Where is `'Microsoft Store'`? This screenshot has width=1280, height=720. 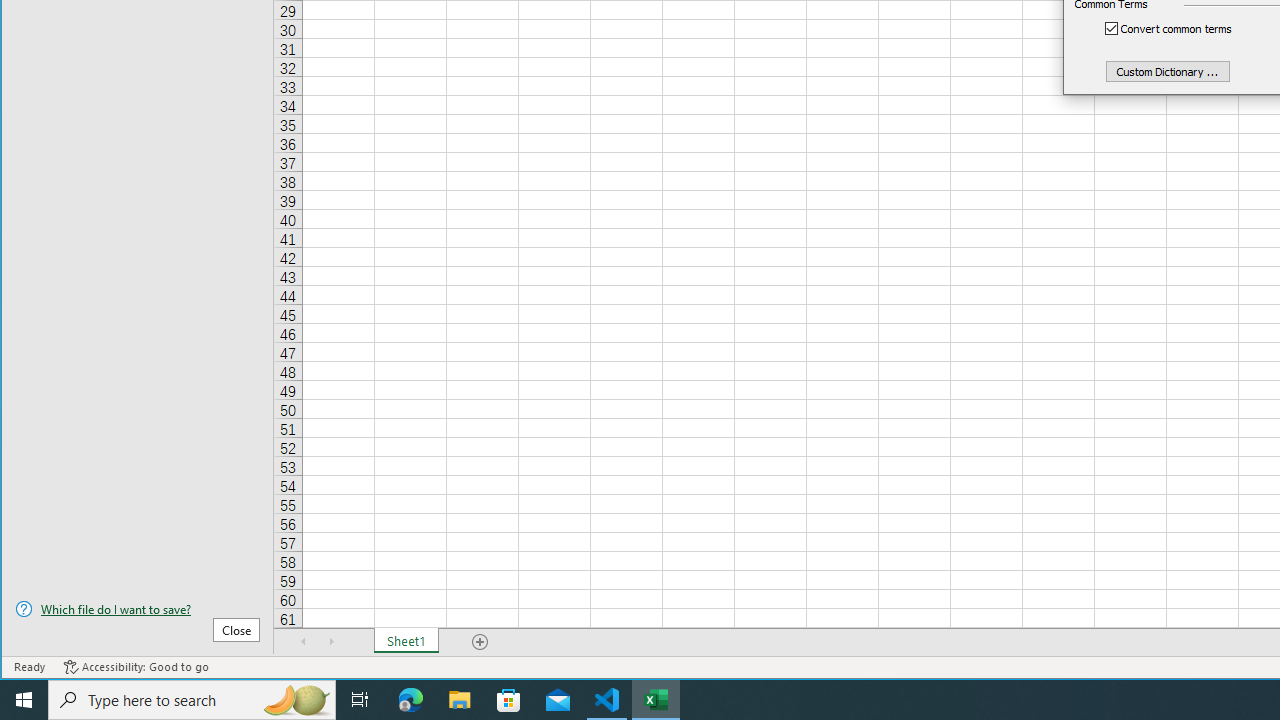
'Microsoft Store' is located at coordinates (509, 698).